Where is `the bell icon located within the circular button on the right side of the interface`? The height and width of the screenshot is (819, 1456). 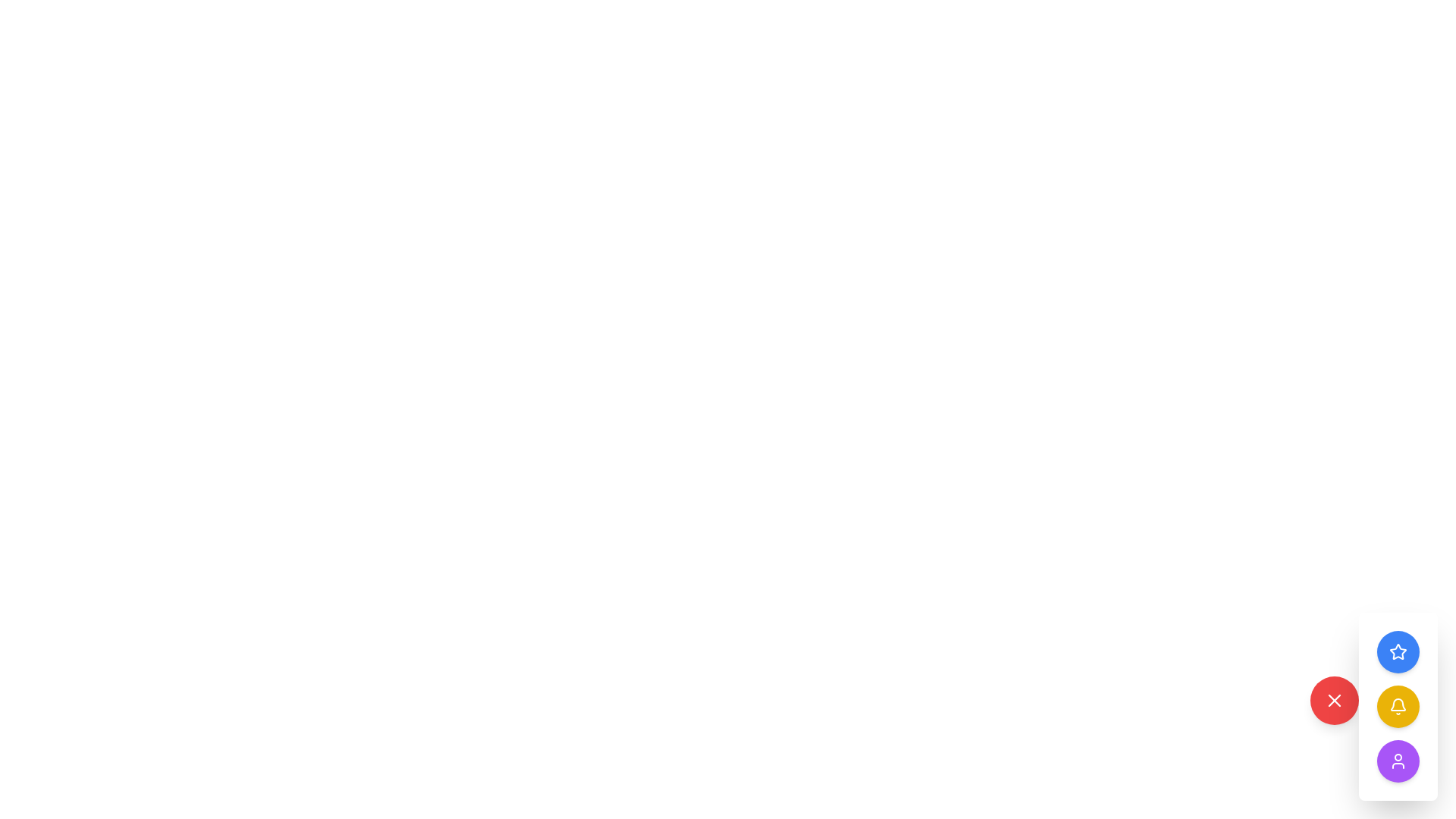
the bell icon located within the circular button on the right side of the interface is located at coordinates (1397, 707).